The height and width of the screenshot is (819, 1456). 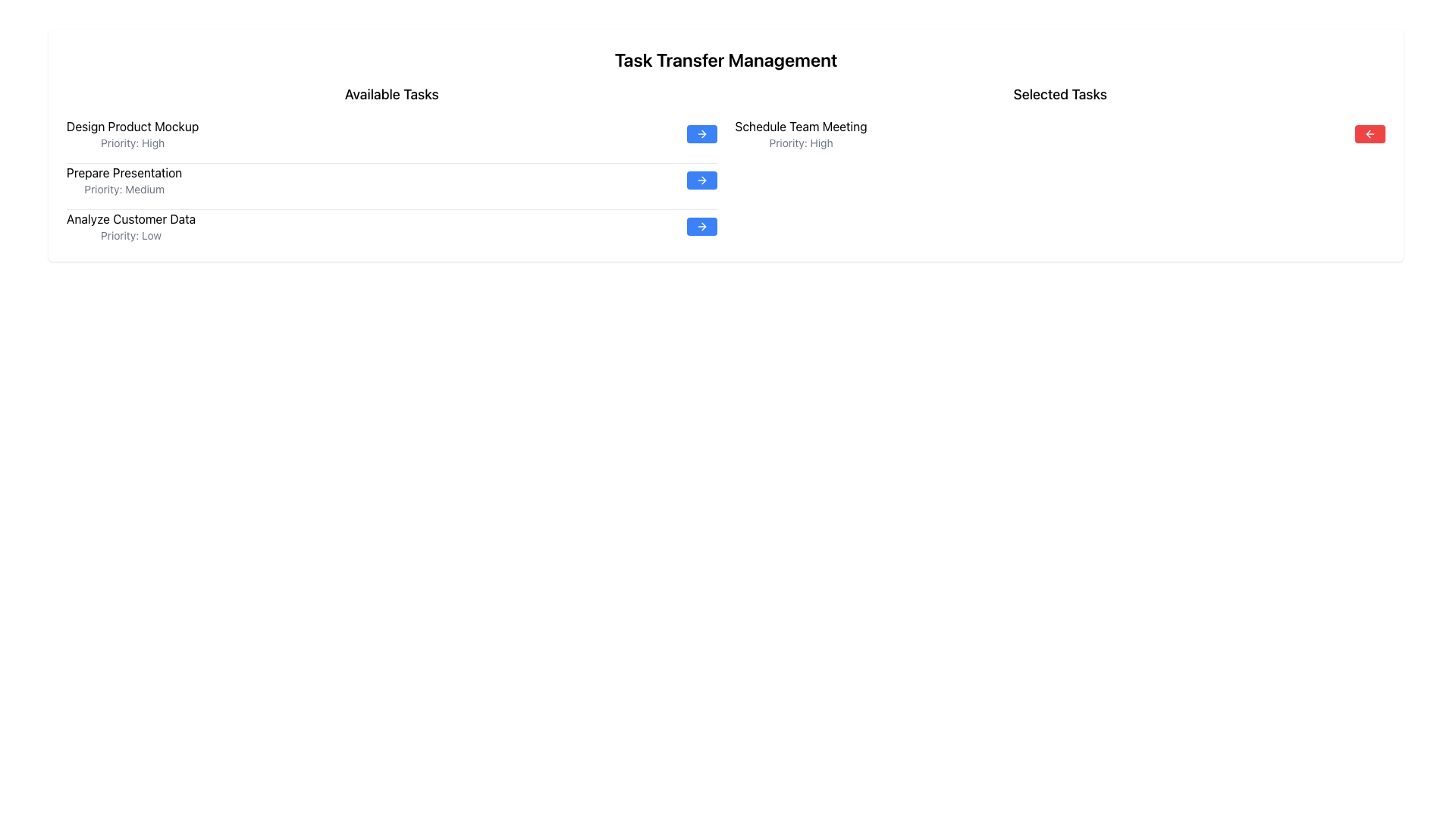 I want to click on the label for the third task in the 'Available Tasks' list, positioned between 'Prepare Presentation' and 'Priority: Low', so click(x=130, y=219).